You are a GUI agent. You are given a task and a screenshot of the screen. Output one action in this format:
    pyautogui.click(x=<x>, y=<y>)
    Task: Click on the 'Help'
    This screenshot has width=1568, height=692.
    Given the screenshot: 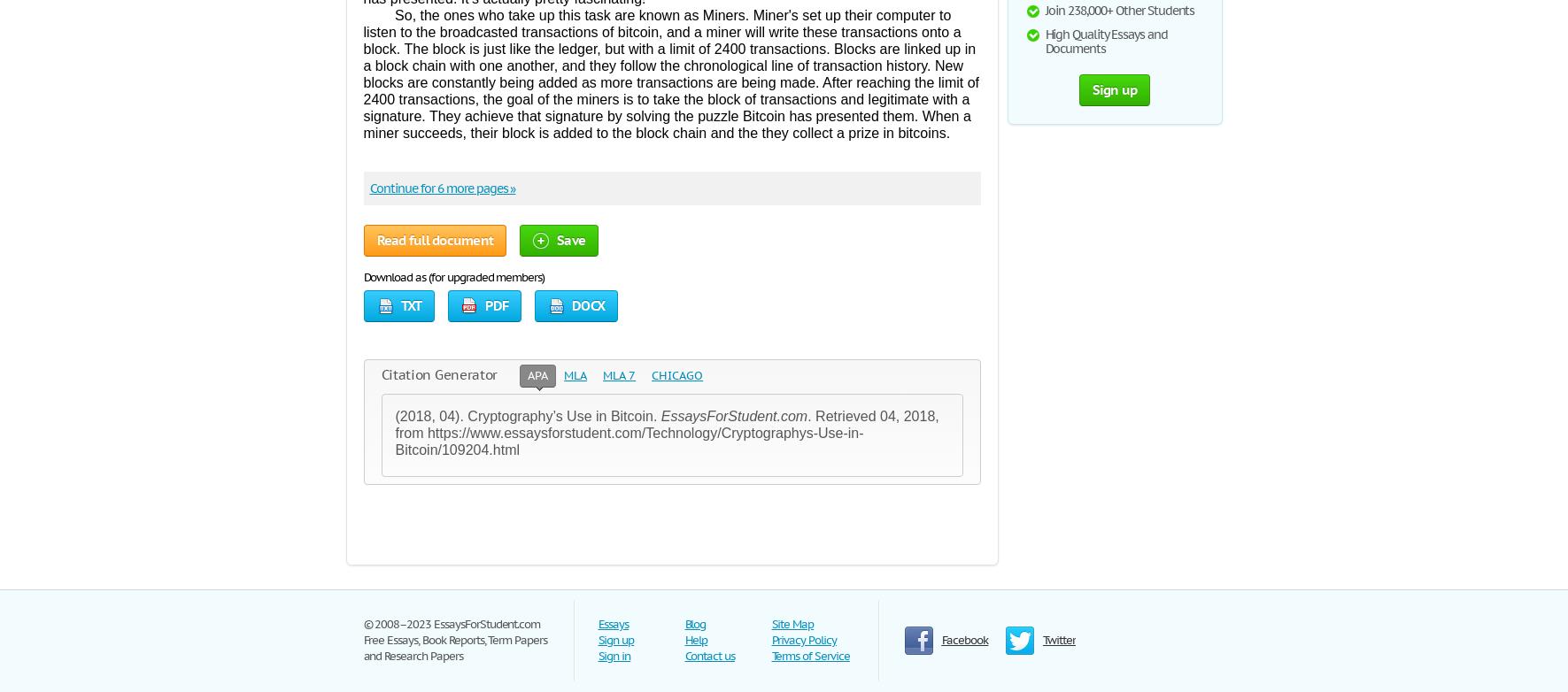 What is the action you would take?
    pyautogui.click(x=684, y=639)
    